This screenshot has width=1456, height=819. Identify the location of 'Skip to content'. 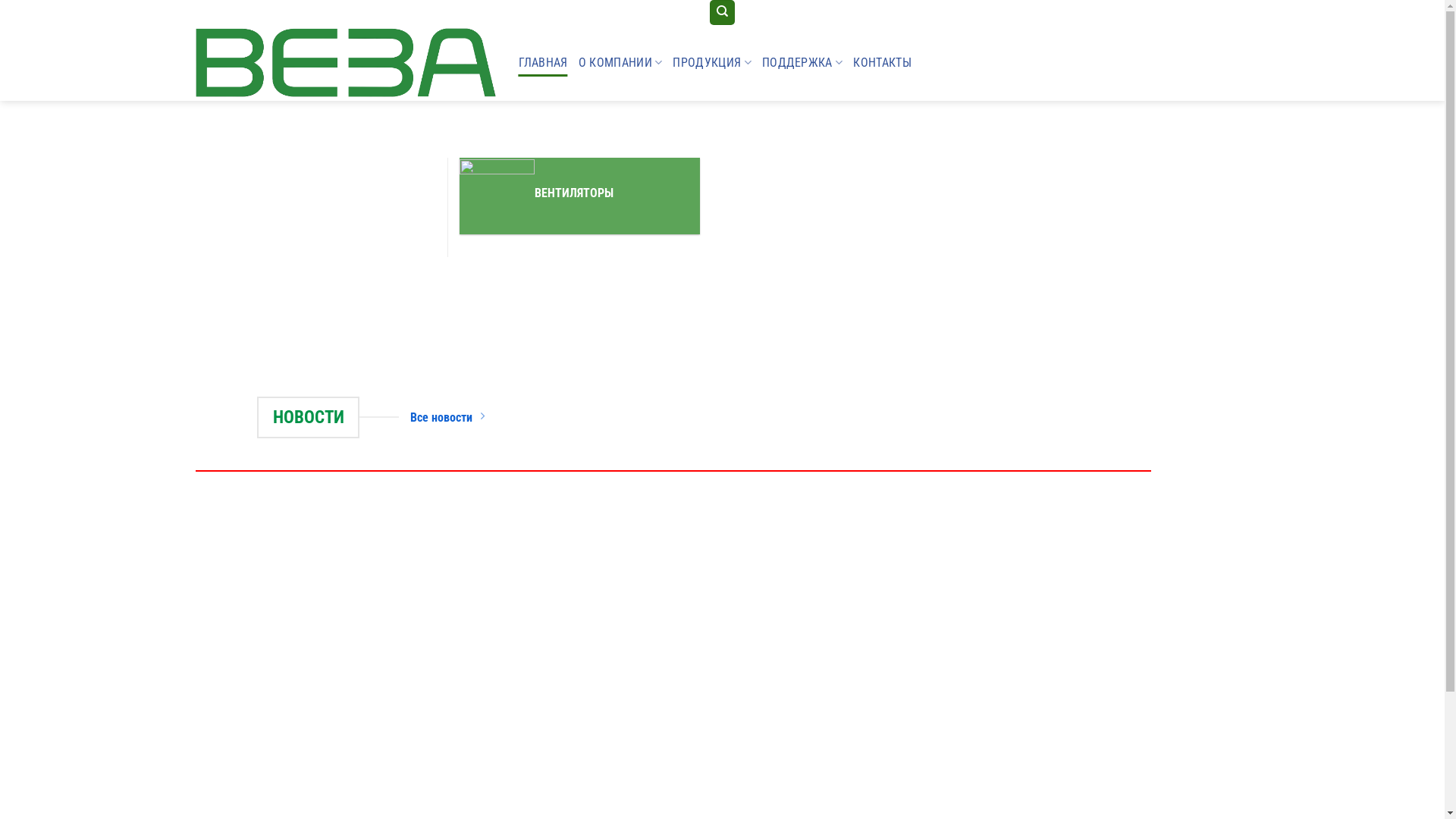
(0, 0).